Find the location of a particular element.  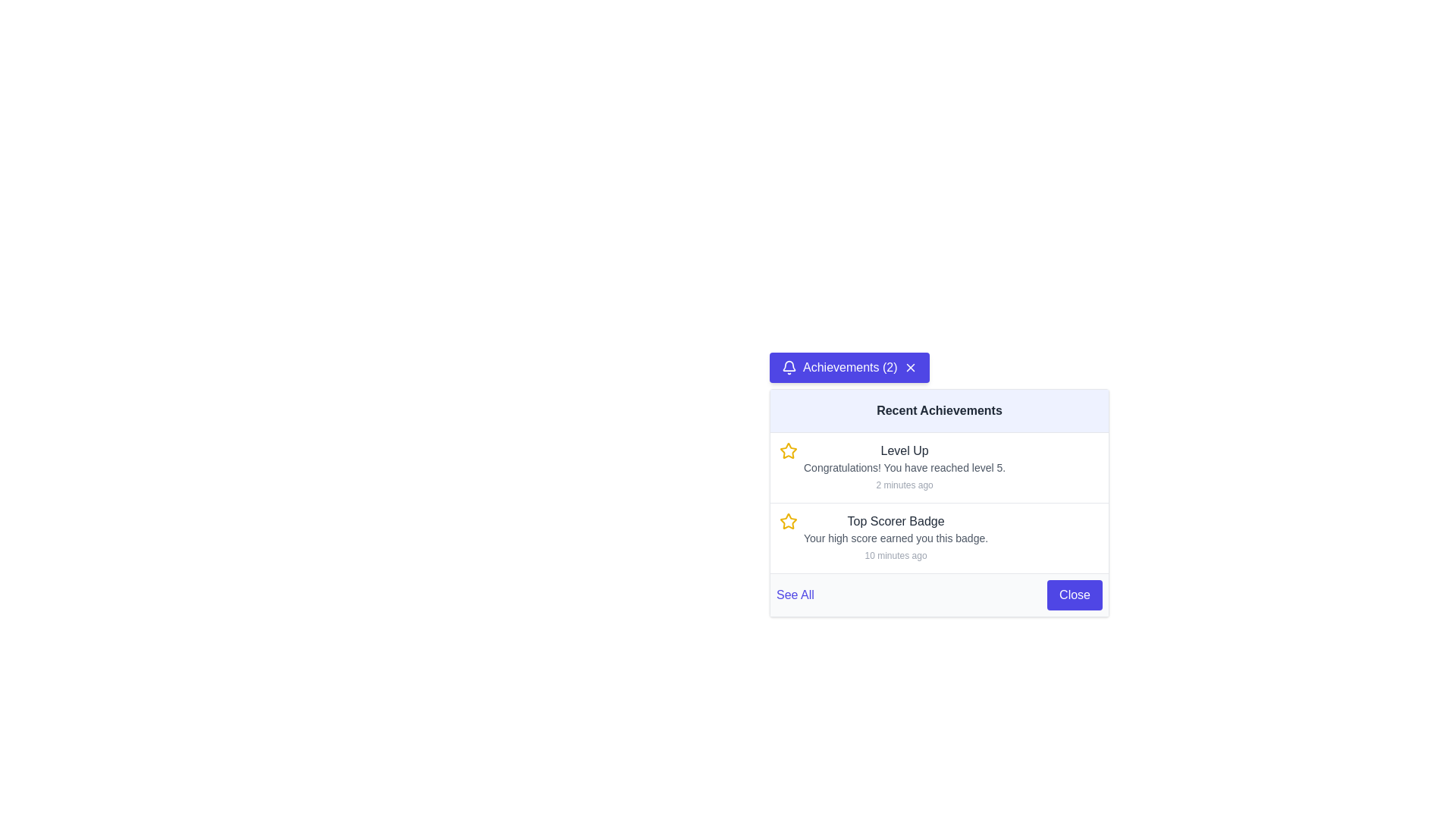

information displayed in the first notification item about a recent achievement related to leveling up, which is positioned above the 'Top Scorer Badge' notification in the vertically stacked notification list is located at coordinates (938, 467).